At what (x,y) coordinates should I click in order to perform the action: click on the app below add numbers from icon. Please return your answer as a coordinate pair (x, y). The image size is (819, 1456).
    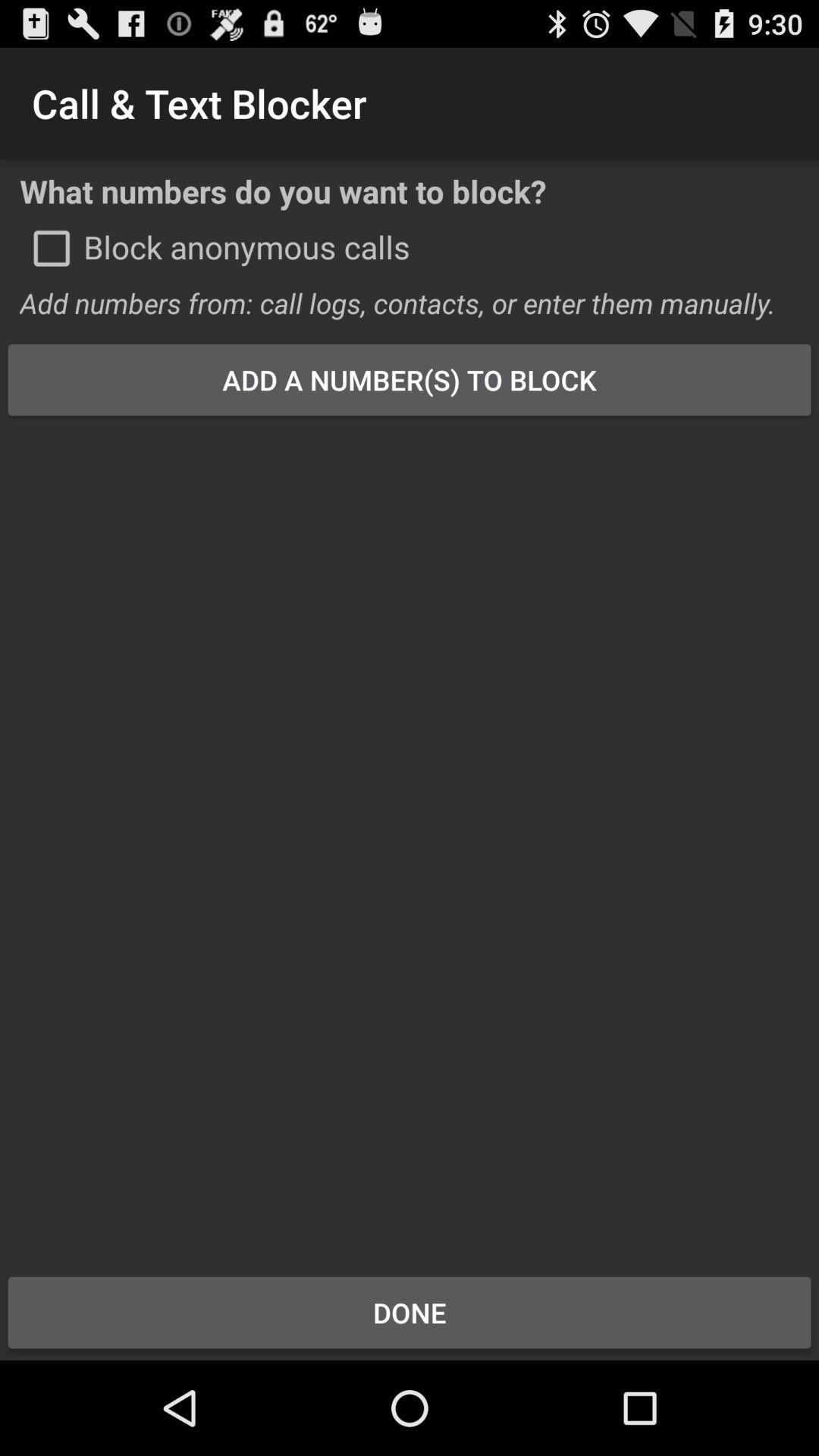
    Looking at the image, I should click on (409, 379).